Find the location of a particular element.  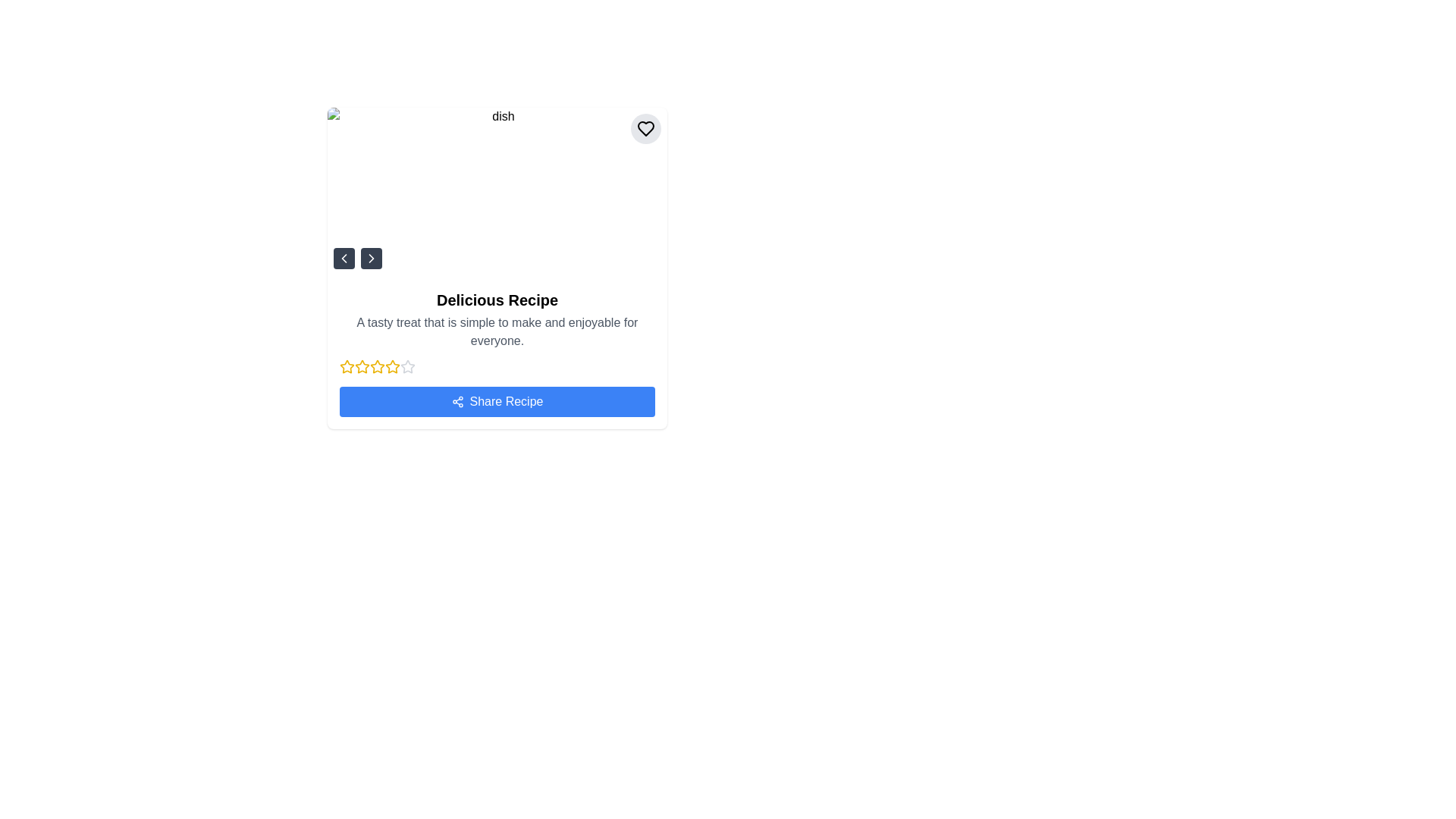

the third star in the 5-star rating system is located at coordinates (377, 366).